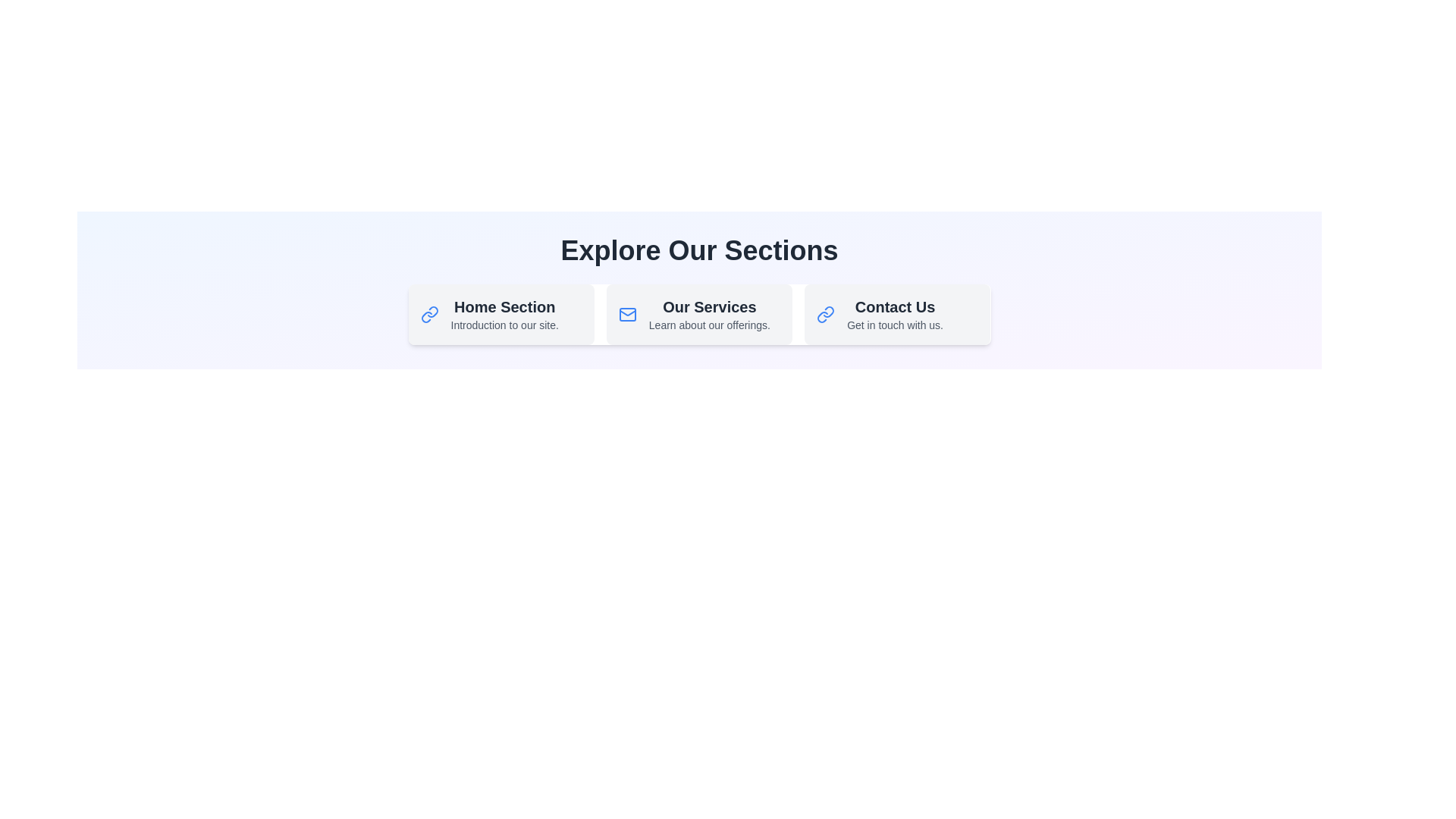  What do you see at coordinates (895, 307) in the screenshot?
I see `the bold header text 'Contact Us' located at the top of the 'Contact Us' section, visually distinct with a larger font size and dark gray color` at bounding box center [895, 307].